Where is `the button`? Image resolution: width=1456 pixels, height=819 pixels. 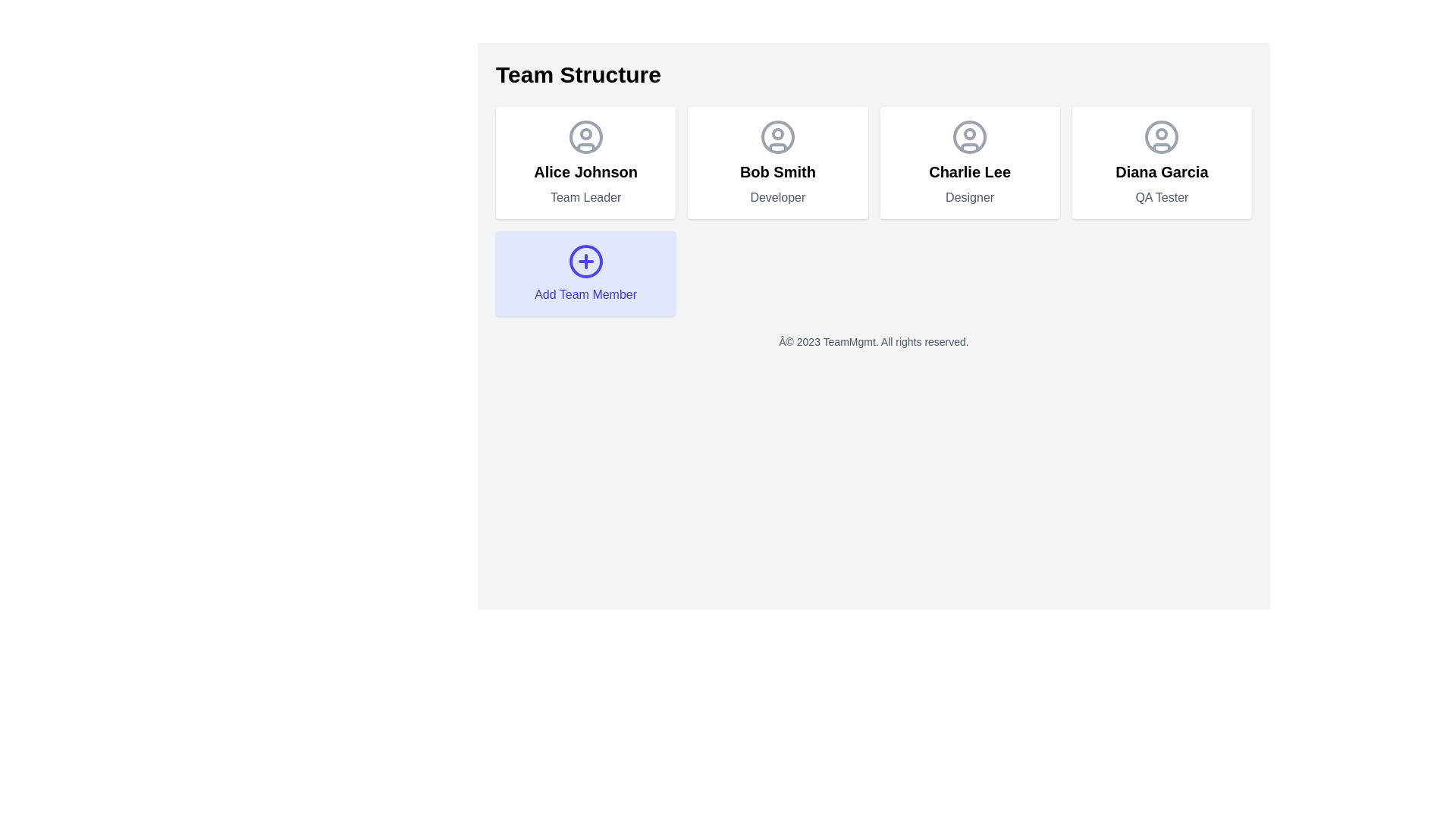 the button is located at coordinates (585, 274).